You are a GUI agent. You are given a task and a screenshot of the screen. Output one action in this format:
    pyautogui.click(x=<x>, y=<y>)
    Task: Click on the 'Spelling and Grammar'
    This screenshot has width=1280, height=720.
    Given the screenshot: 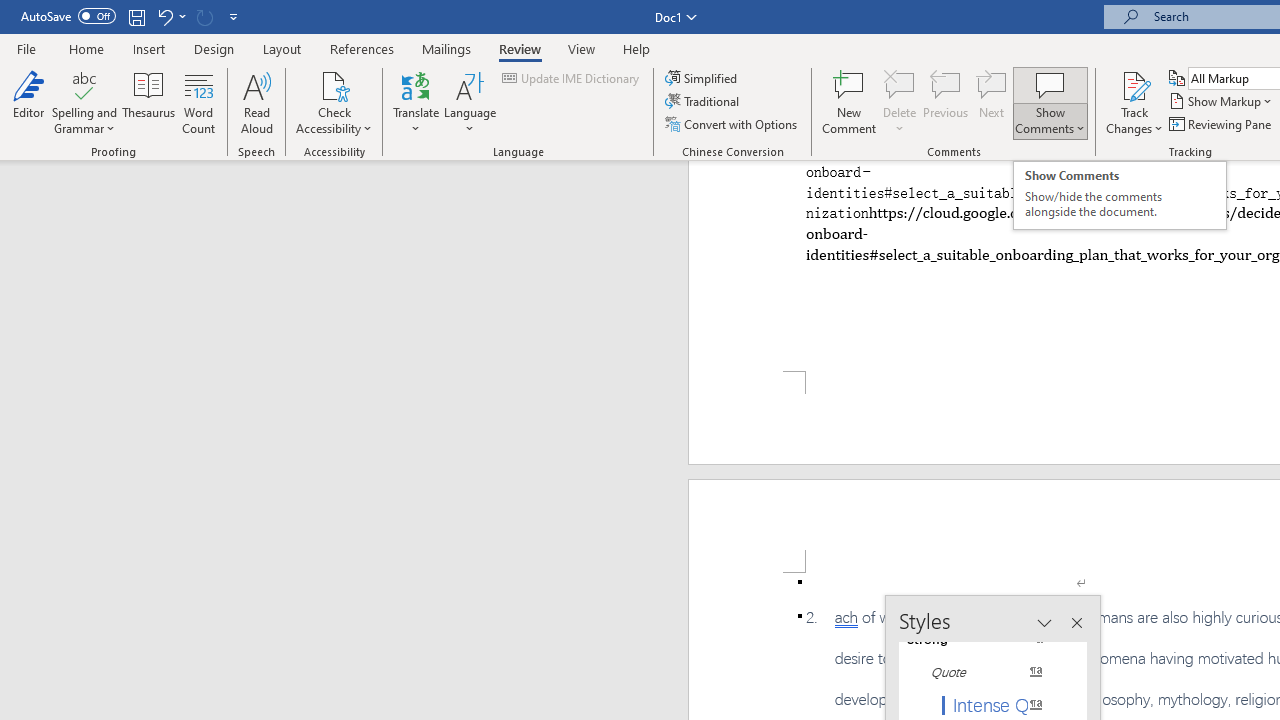 What is the action you would take?
    pyautogui.click(x=84, y=84)
    